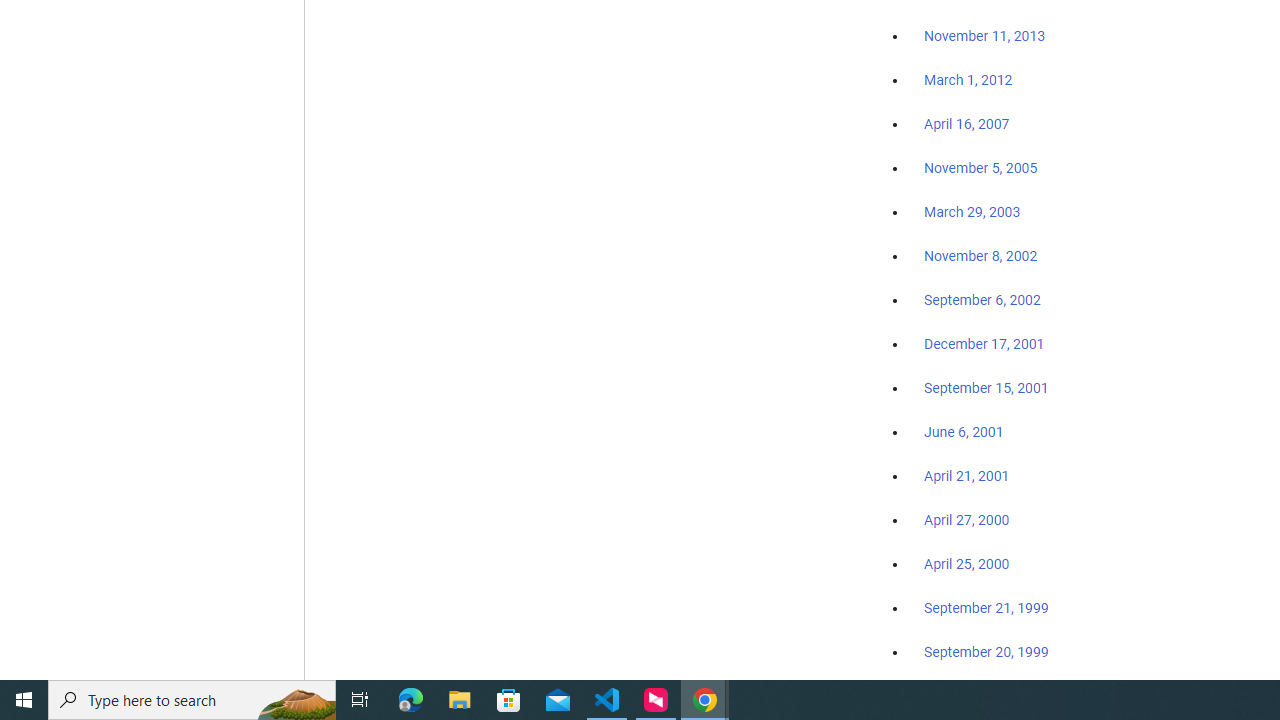 Image resolution: width=1280 pixels, height=720 pixels. Describe the element at coordinates (967, 476) in the screenshot. I see `'April 21, 2001'` at that location.